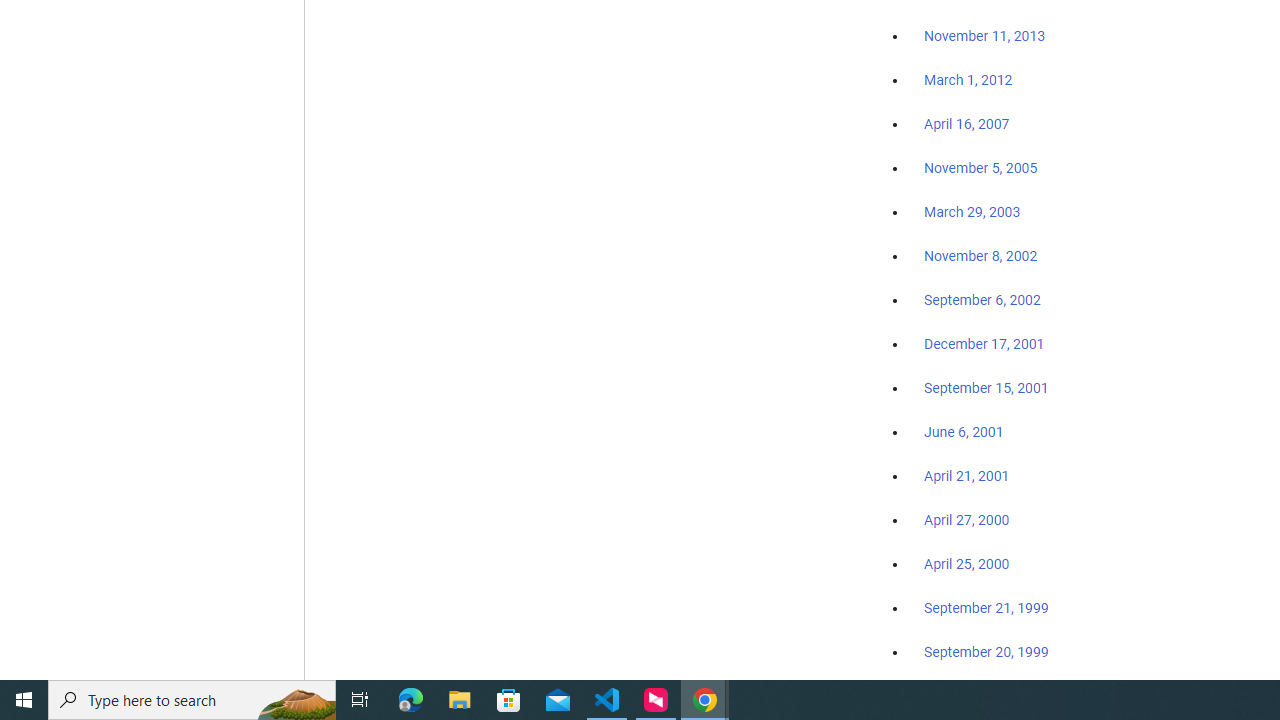 Image resolution: width=1280 pixels, height=720 pixels. Describe the element at coordinates (967, 476) in the screenshot. I see `'April 21, 2001'` at that location.